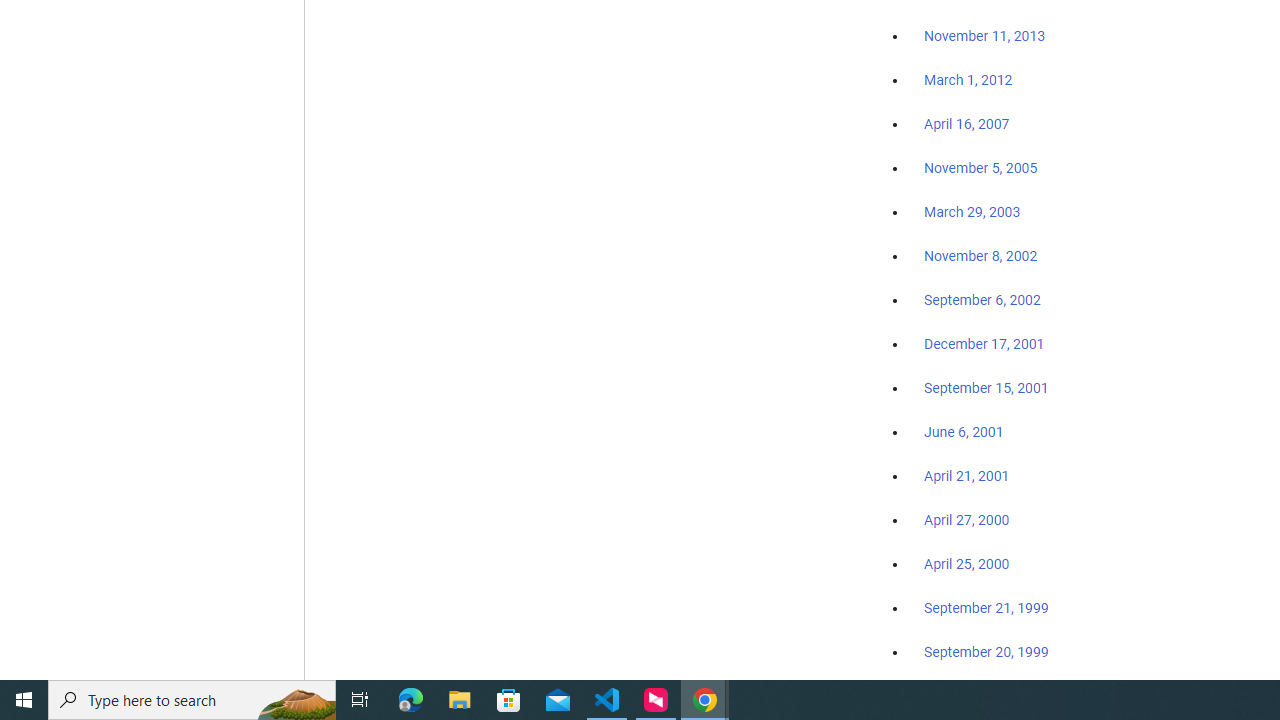 Image resolution: width=1280 pixels, height=720 pixels. Describe the element at coordinates (967, 476) in the screenshot. I see `'April 21, 2001'` at that location.